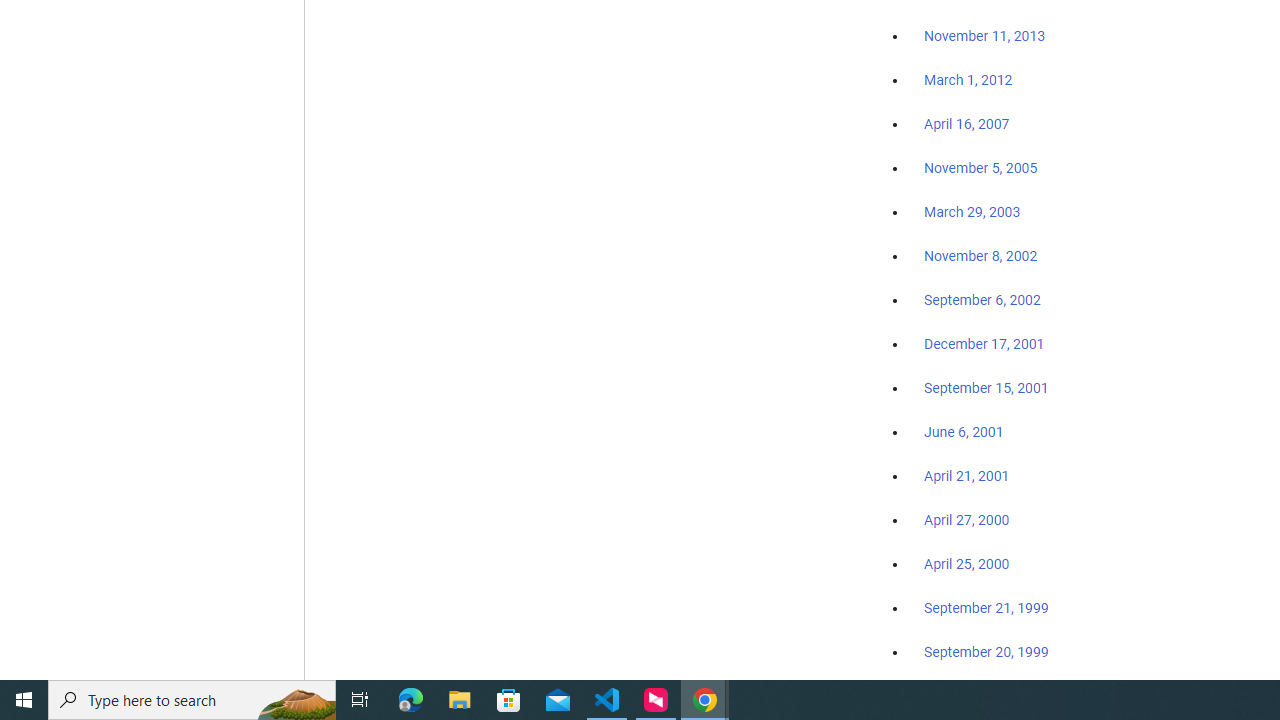 Image resolution: width=1280 pixels, height=720 pixels. Describe the element at coordinates (967, 476) in the screenshot. I see `'April 21, 2001'` at that location.